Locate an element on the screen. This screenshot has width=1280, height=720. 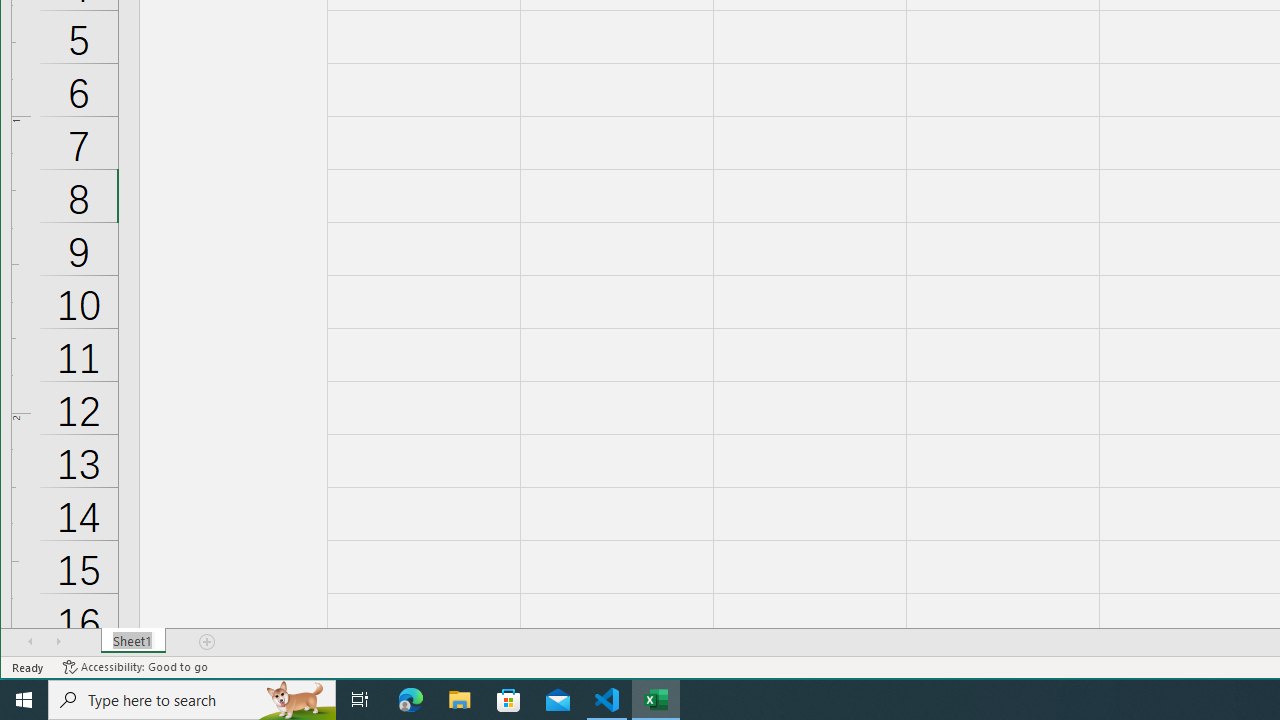
'File Explorer' is located at coordinates (459, 698).